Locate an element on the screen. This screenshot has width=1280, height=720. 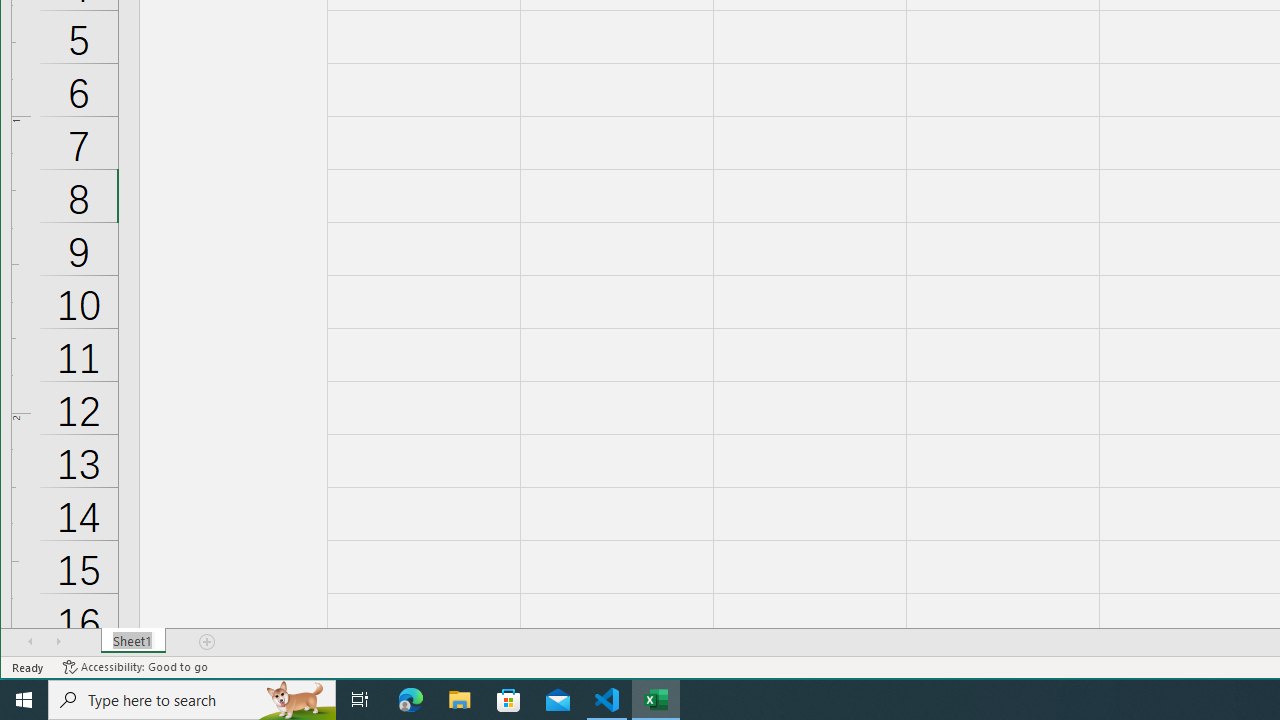
'File Explorer' is located at coordinates (459, 698).